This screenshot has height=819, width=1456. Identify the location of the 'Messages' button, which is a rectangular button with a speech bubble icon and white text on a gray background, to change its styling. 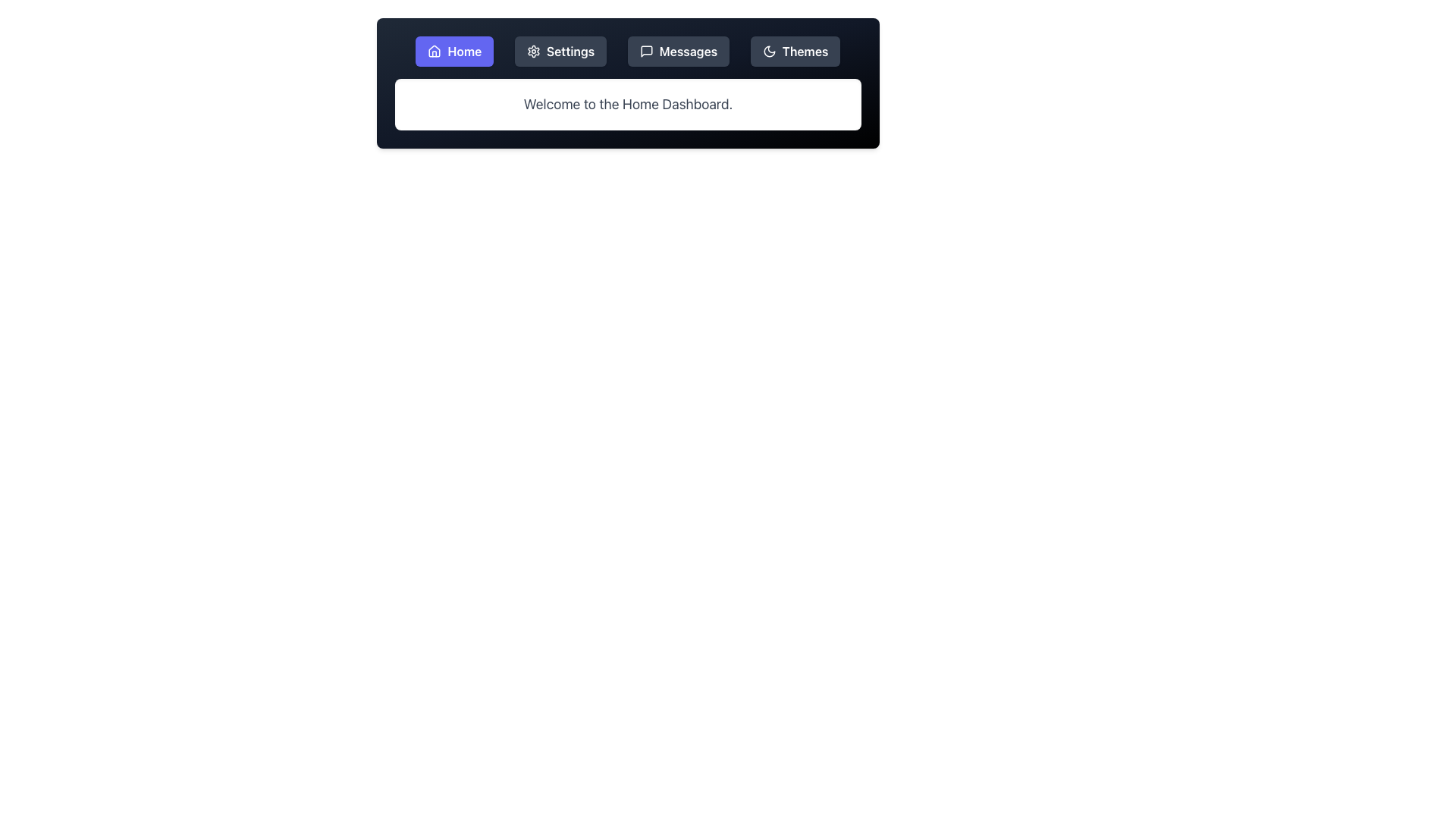
(677, 51).